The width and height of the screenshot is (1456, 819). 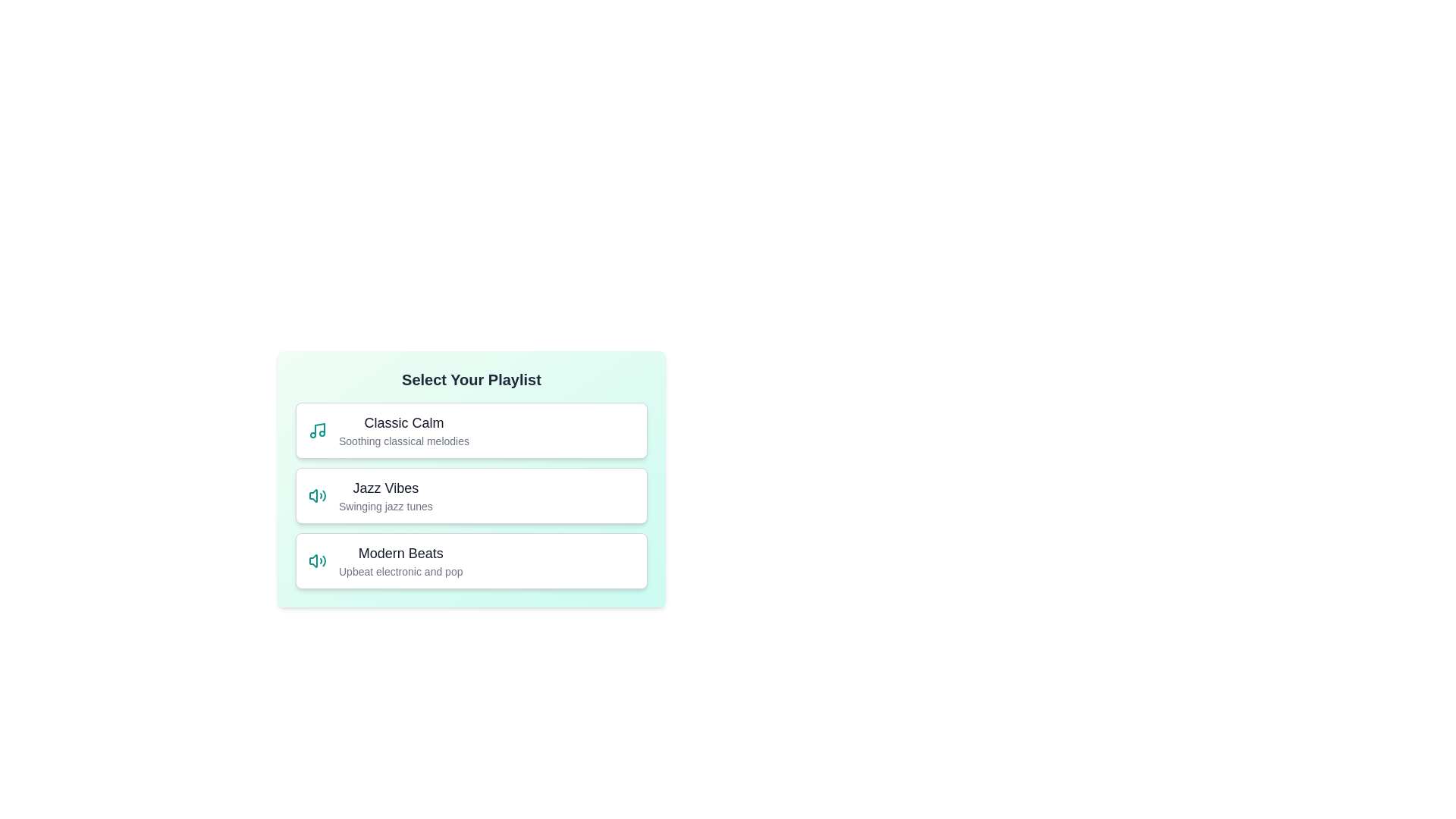 I want to click on the 'Jazz Vibes' selection card, which is the second option in the playlist selection list, so click(x=471, y=496).